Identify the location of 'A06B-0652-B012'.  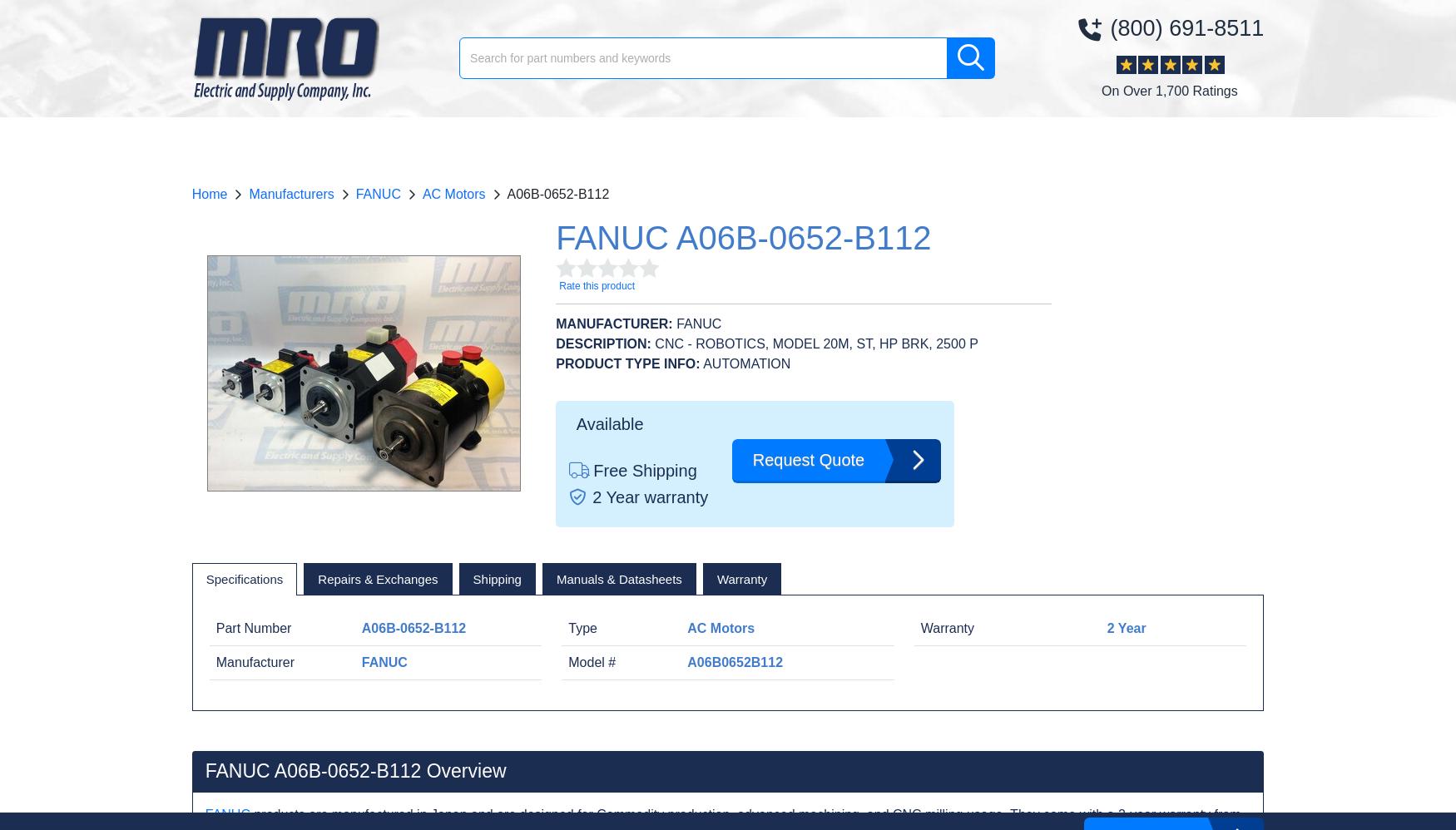
(317, 790).